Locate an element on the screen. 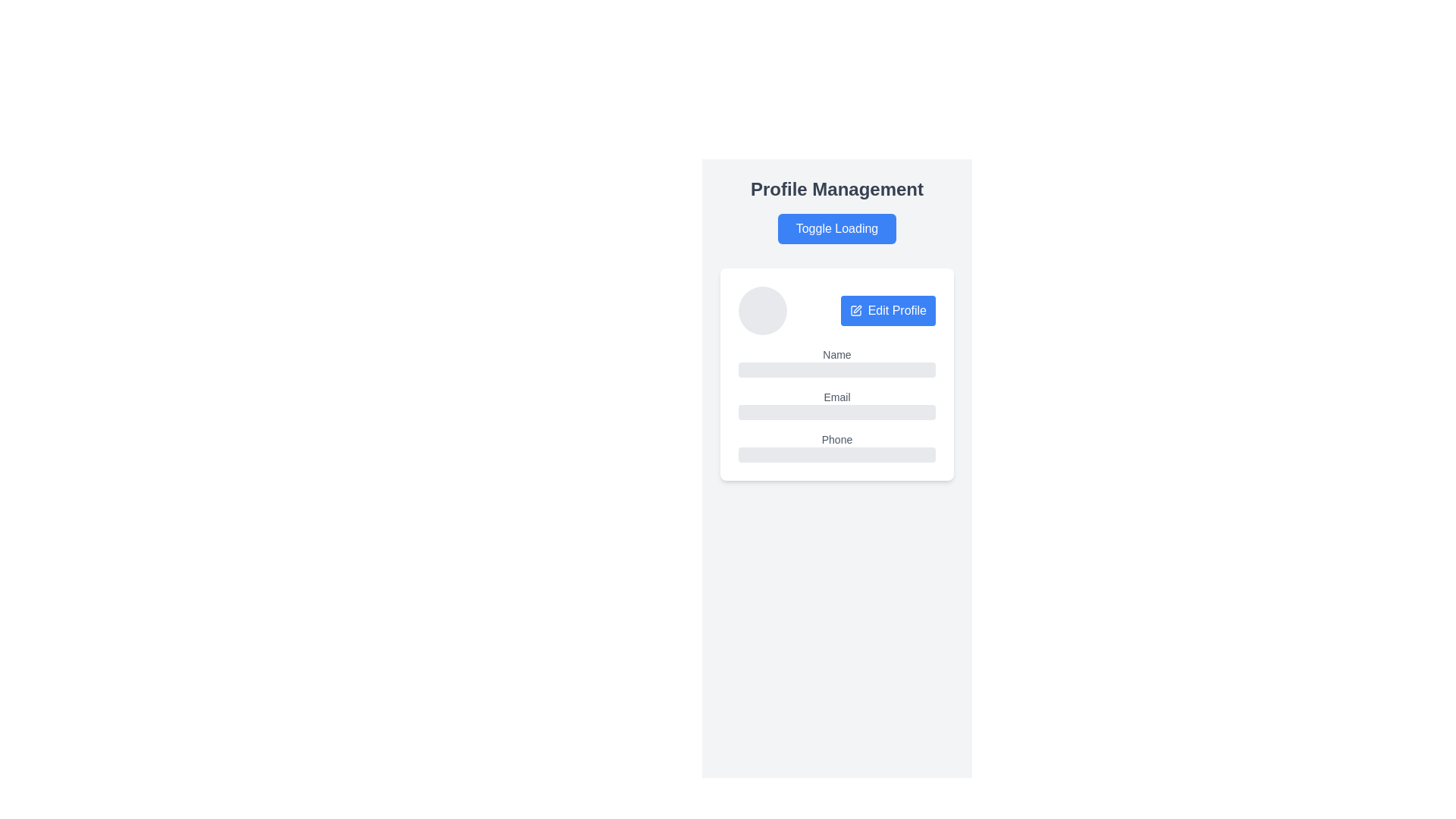  the button located below the 'Profile Management' text is located at coordinates (836, 228).